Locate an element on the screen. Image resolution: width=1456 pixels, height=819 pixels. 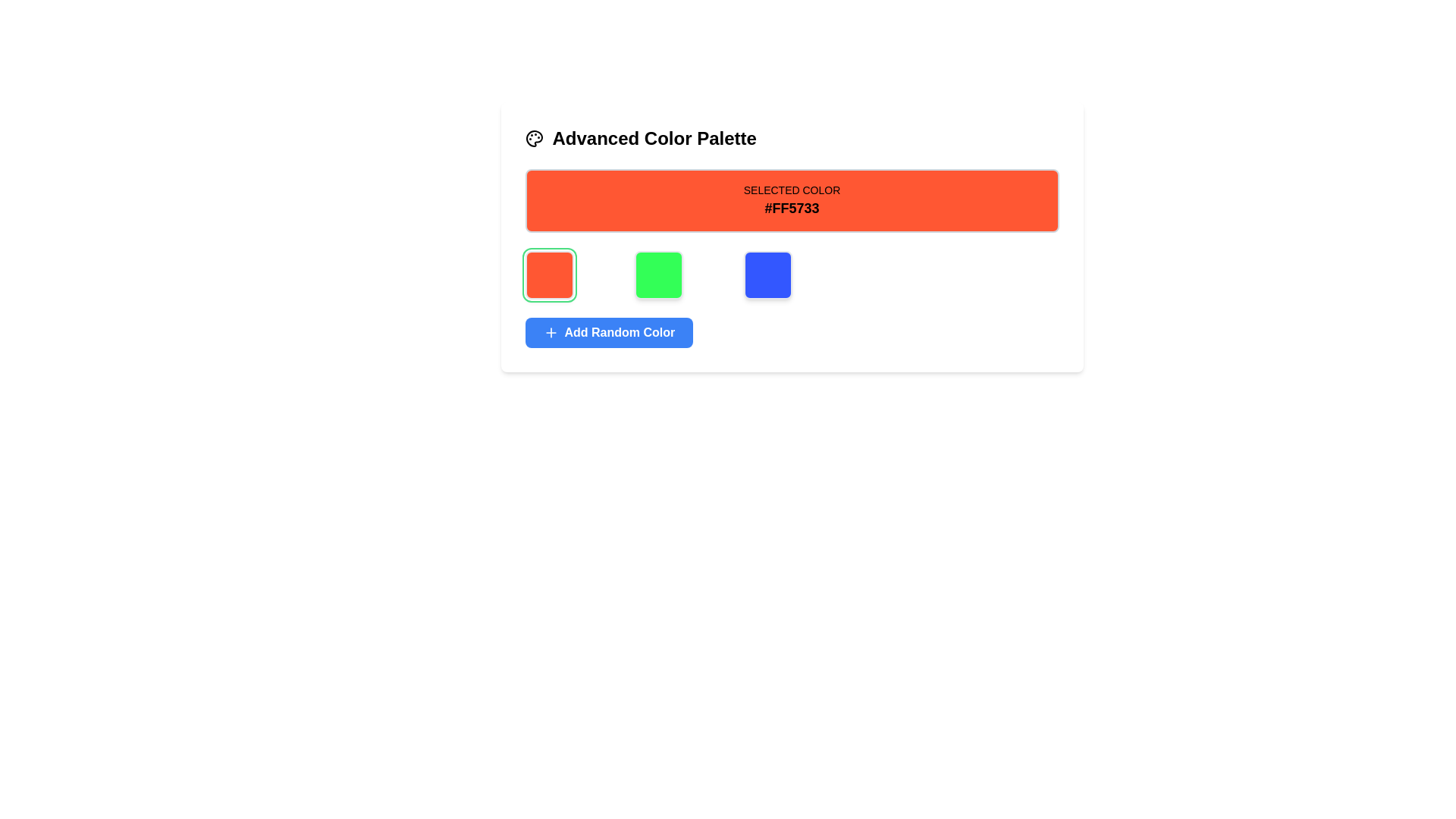
the blue color selection tile, which is the third tile in the grid located in the 'Advanced Color Palette' section is located at coordinates (791, 275).